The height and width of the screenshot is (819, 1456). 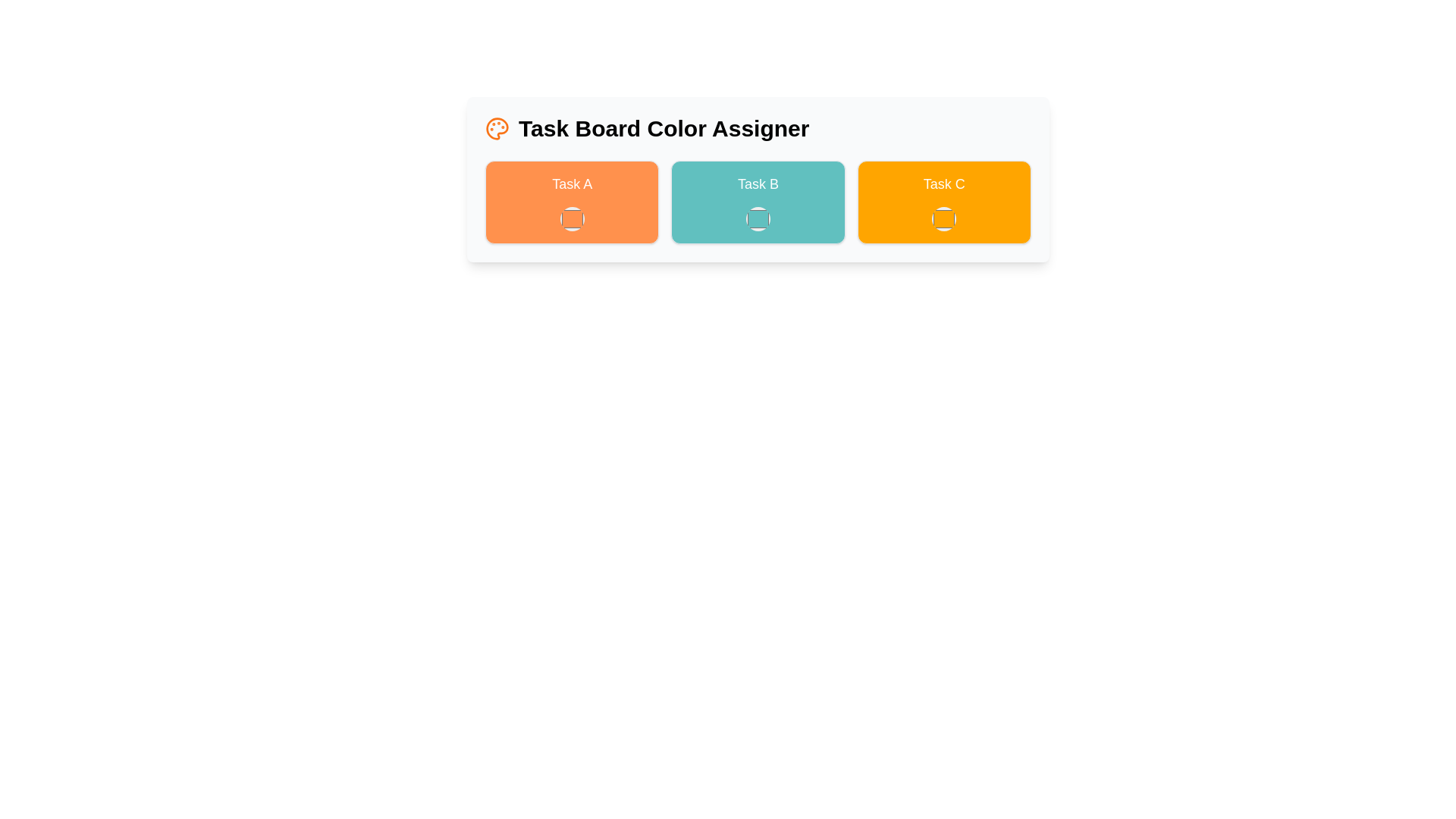 I want to click on the leftmost task card representing 'Task A' in the 'Task Board Color Assigner' interface, so click(x=571, y=201).